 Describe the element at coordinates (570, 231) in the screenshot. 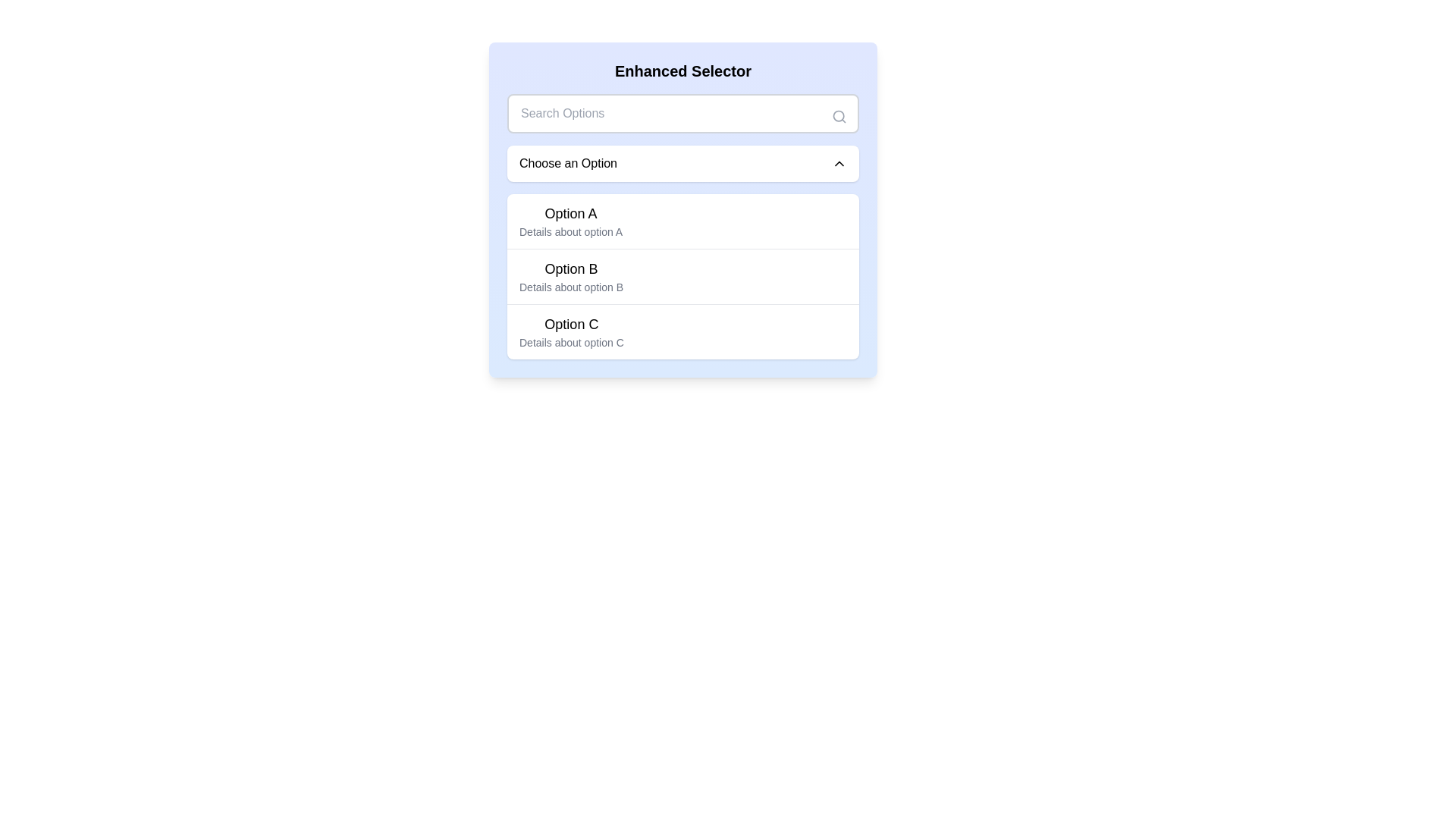

I see `the descriptive text label providing additional information about 'Option A', located within the option card directly below its title in the dropdown component` at that location.